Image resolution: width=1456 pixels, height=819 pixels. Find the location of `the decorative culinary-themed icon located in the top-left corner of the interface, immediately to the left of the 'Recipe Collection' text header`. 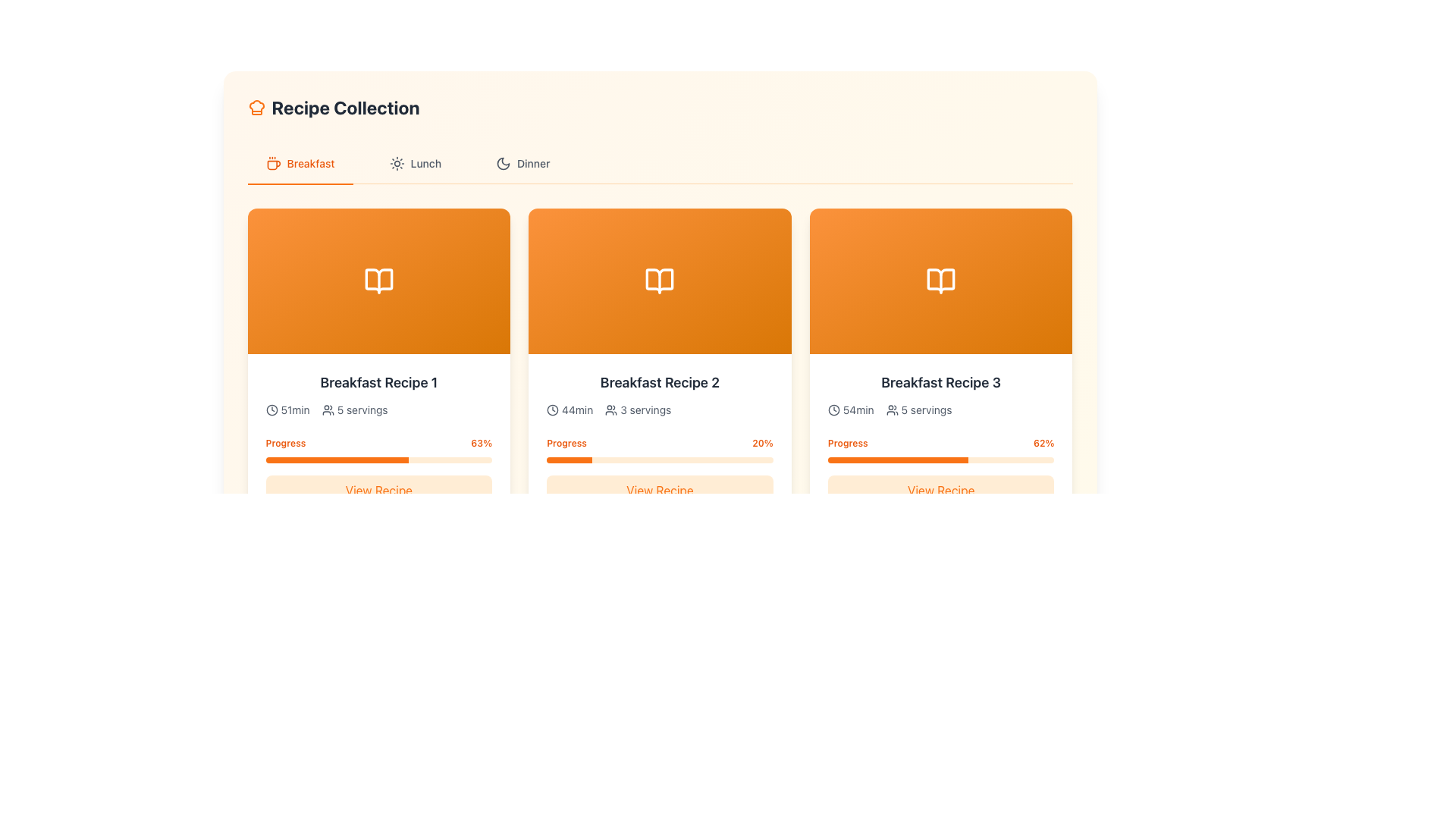

the decorative culinary-themed icon located in the top-left corner of the interface, immediately to the left of the 'Recipe Collection' text header is located at coordinates (256, 106).